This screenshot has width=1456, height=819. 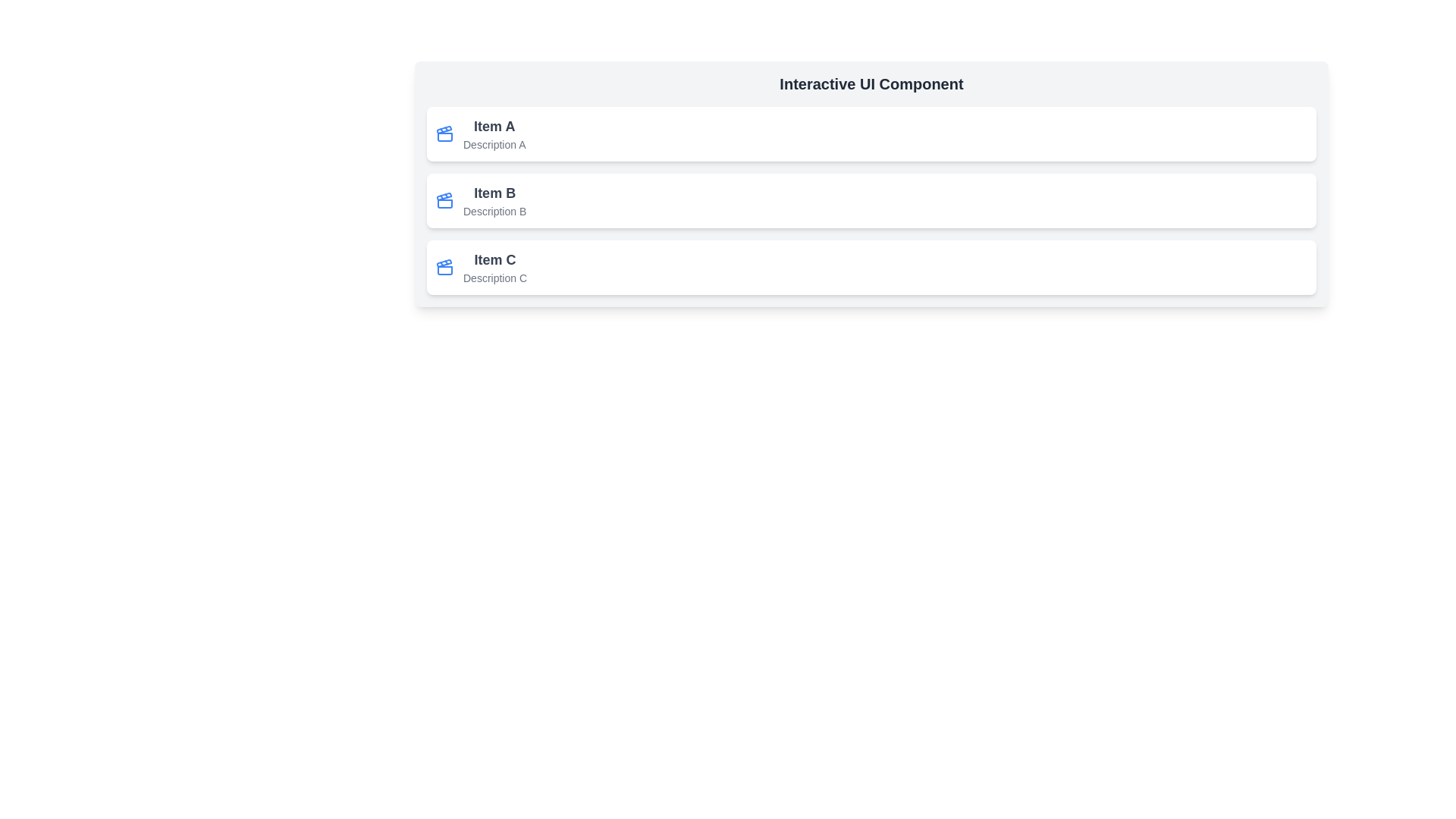 I want to click on the non-interactive text label indicating 'Item C', which is situated above 'Description C' and below 'Item A' and 'Item B', so click(x=494, y=259).